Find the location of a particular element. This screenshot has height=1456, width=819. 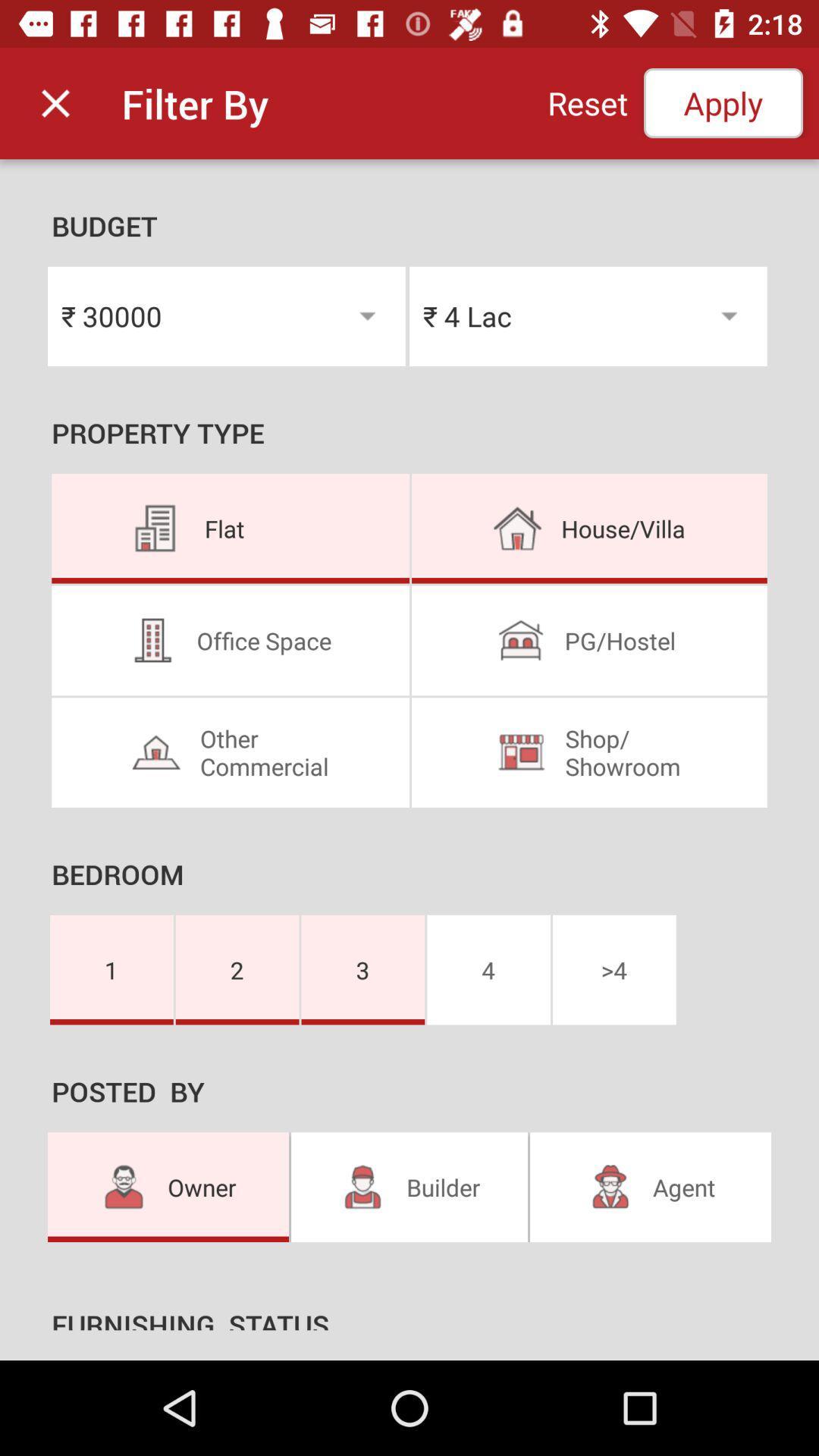

icon above budget item is located at coordinates (587, 102).